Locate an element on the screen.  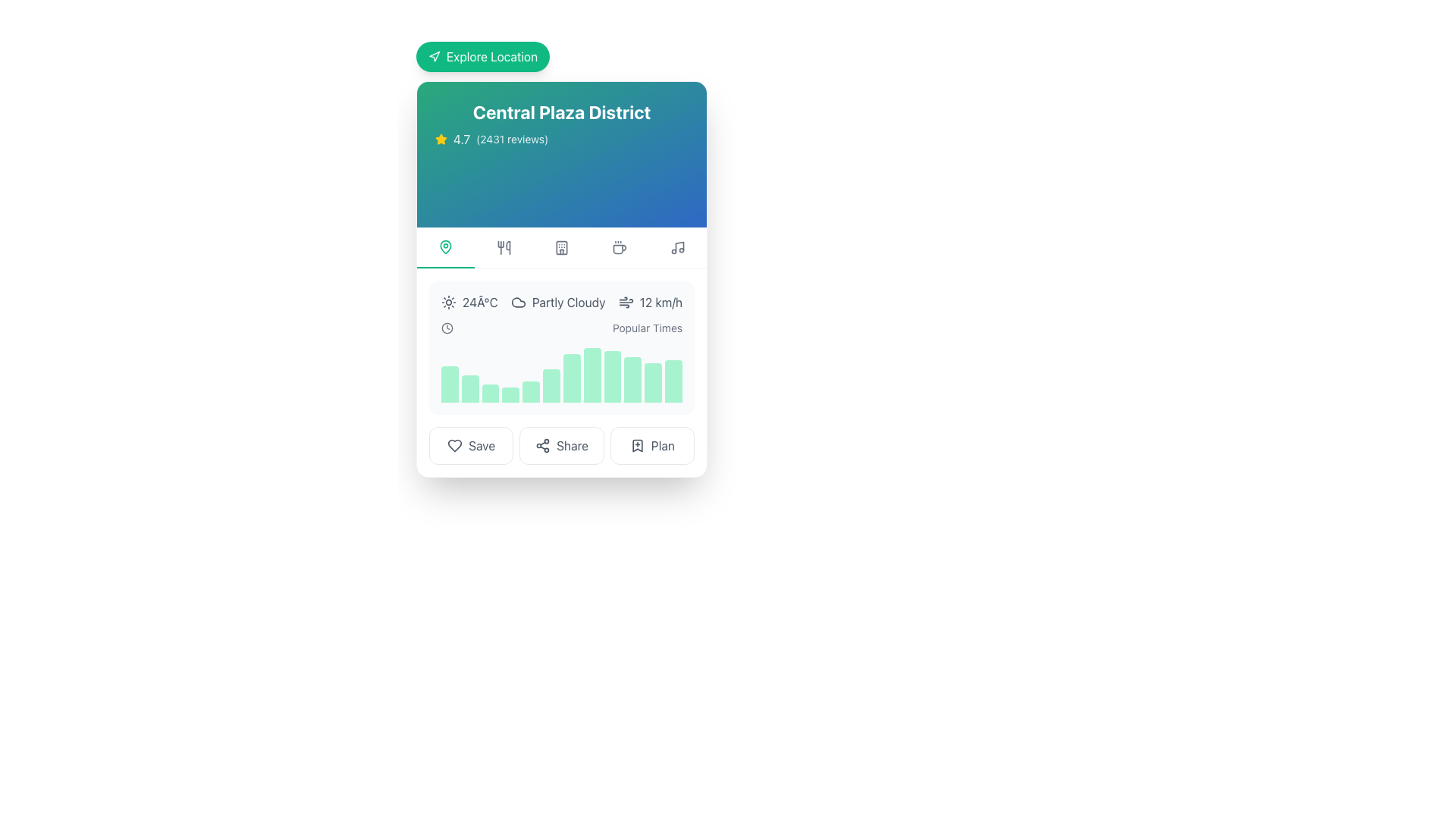
the share button located in the middle of a row of three buttons at the bottom of a card layout, positioned between the 'Save' button on the left and the 'Plan' button on the right, for keyboard accessibility is located at coordinates (560, 444).